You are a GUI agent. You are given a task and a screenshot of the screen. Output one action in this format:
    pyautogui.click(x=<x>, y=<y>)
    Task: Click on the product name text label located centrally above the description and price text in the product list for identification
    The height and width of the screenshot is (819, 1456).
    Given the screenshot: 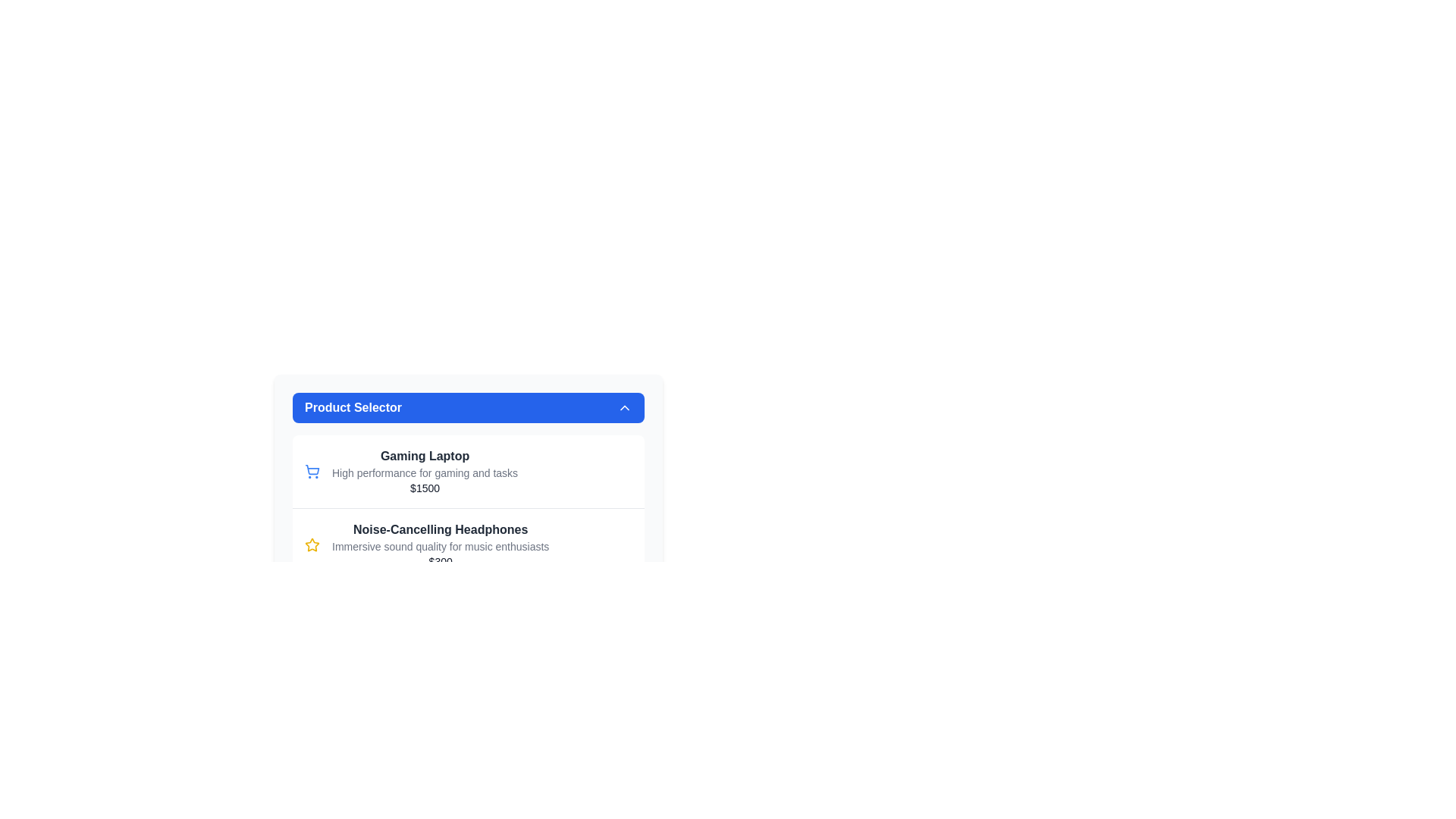 What is the action you would take?
    pyautogui.click(x=425, y=455)
    